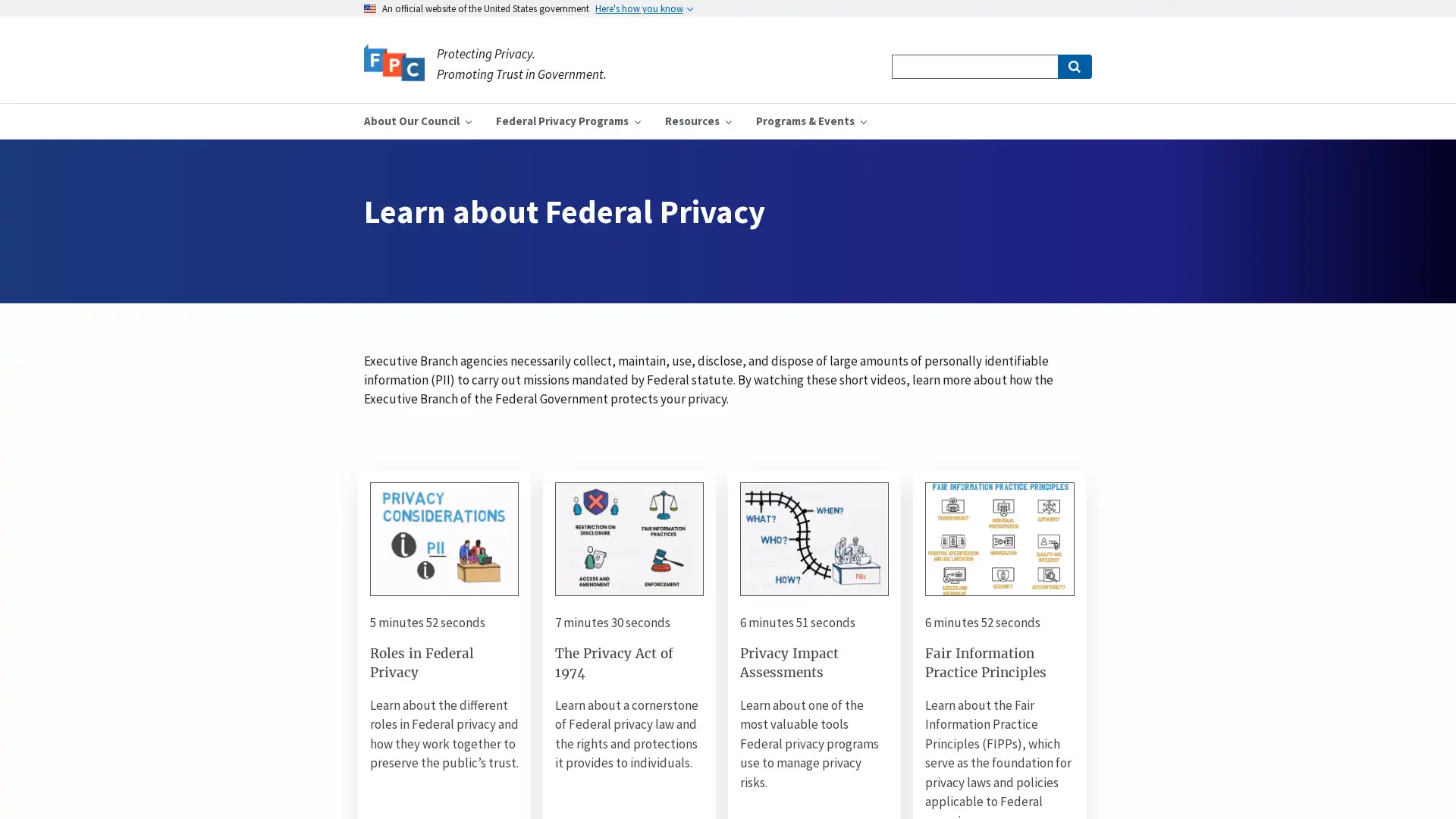  Describe the element at coordinates (644, 8) in the screenshot. I see `Here's how you know` at that location.